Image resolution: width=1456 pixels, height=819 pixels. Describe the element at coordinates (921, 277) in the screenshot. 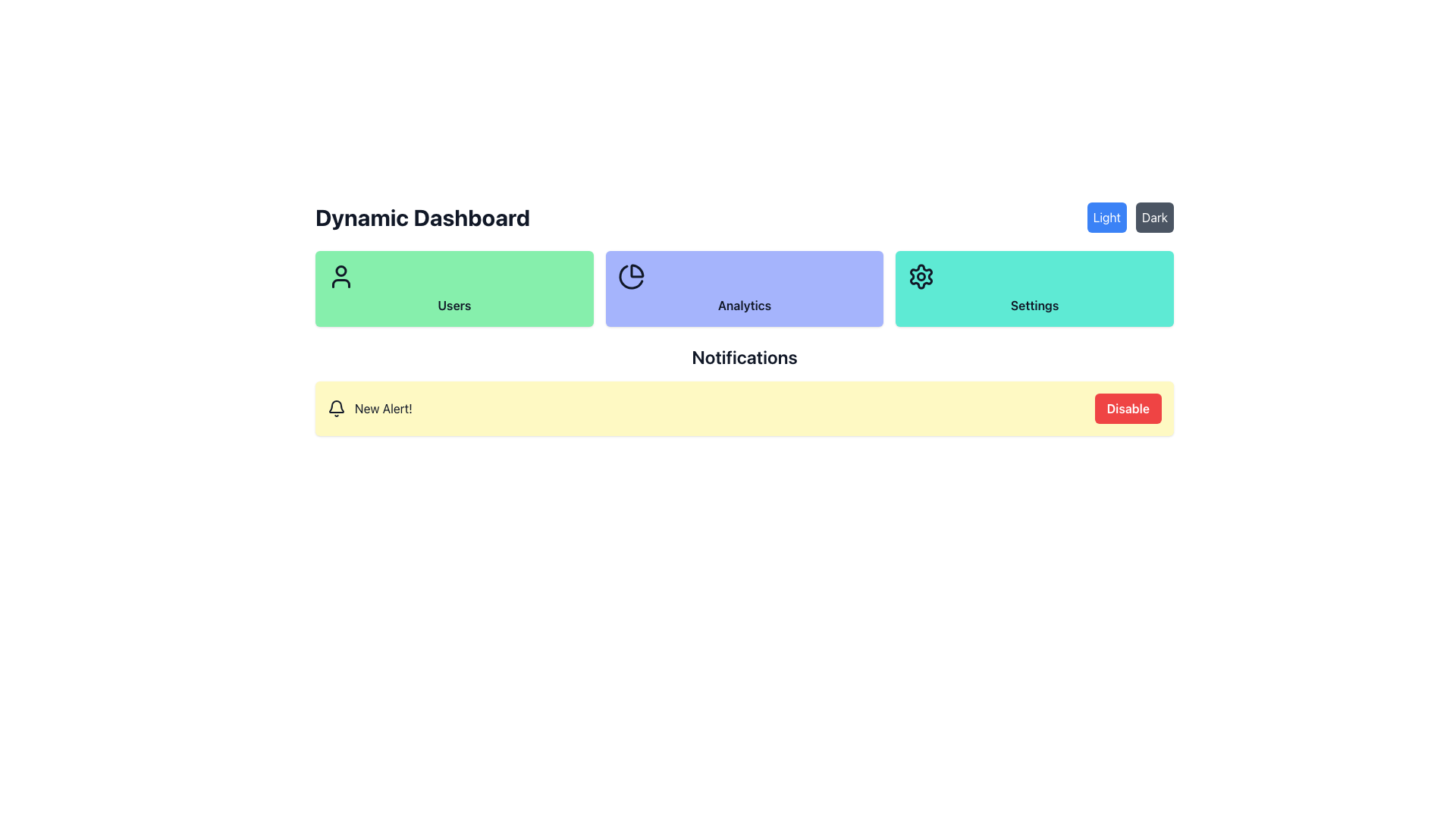

I see `the gear-shaped settings icon with a black outline on a teal background` at that location.